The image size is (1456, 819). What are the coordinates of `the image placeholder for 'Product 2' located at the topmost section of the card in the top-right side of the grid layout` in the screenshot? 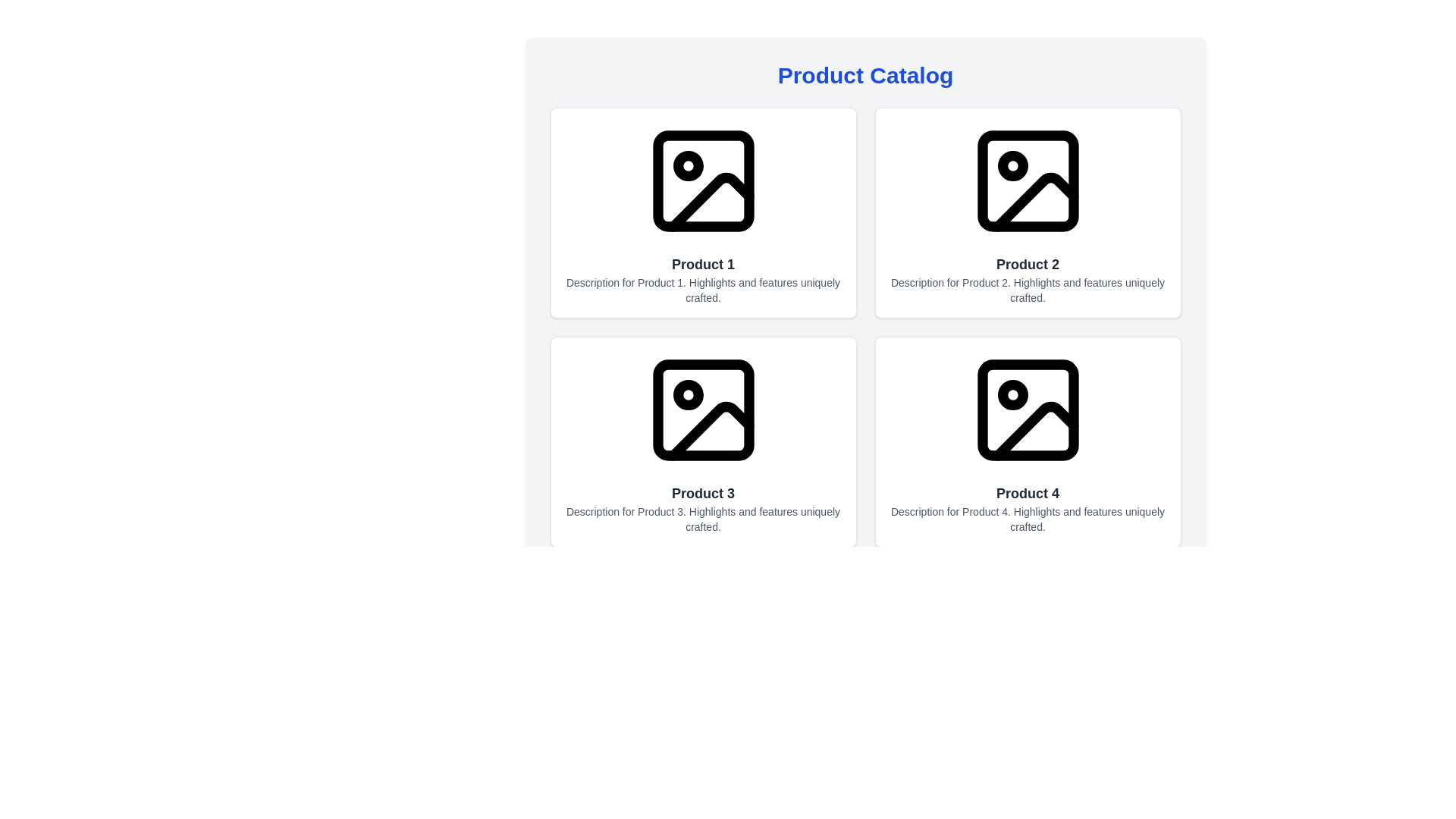 It's located at (1028, 180).